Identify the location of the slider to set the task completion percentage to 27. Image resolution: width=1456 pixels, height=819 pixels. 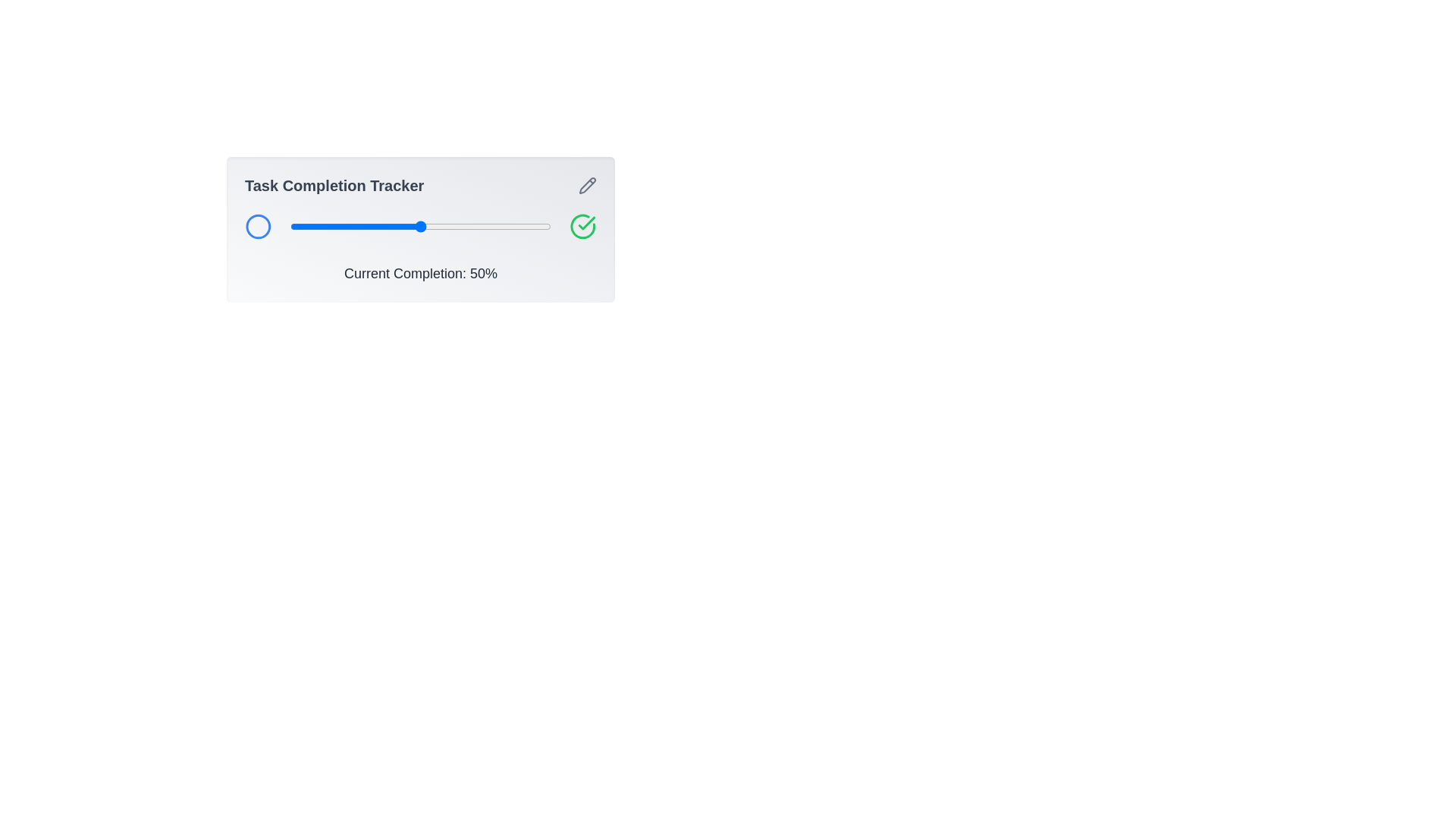
(359, 227).